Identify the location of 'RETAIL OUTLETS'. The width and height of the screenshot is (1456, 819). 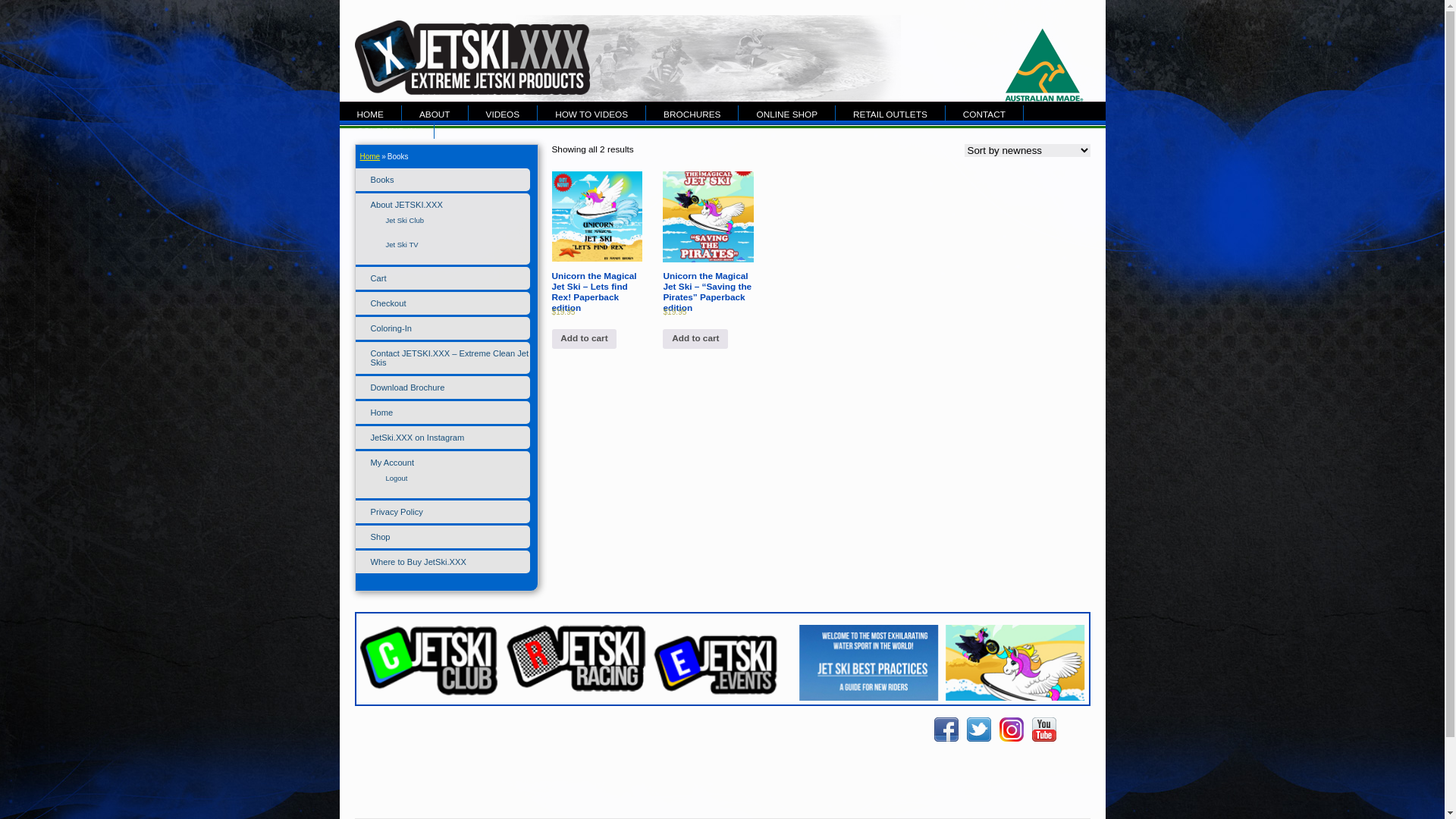
(890, 113).